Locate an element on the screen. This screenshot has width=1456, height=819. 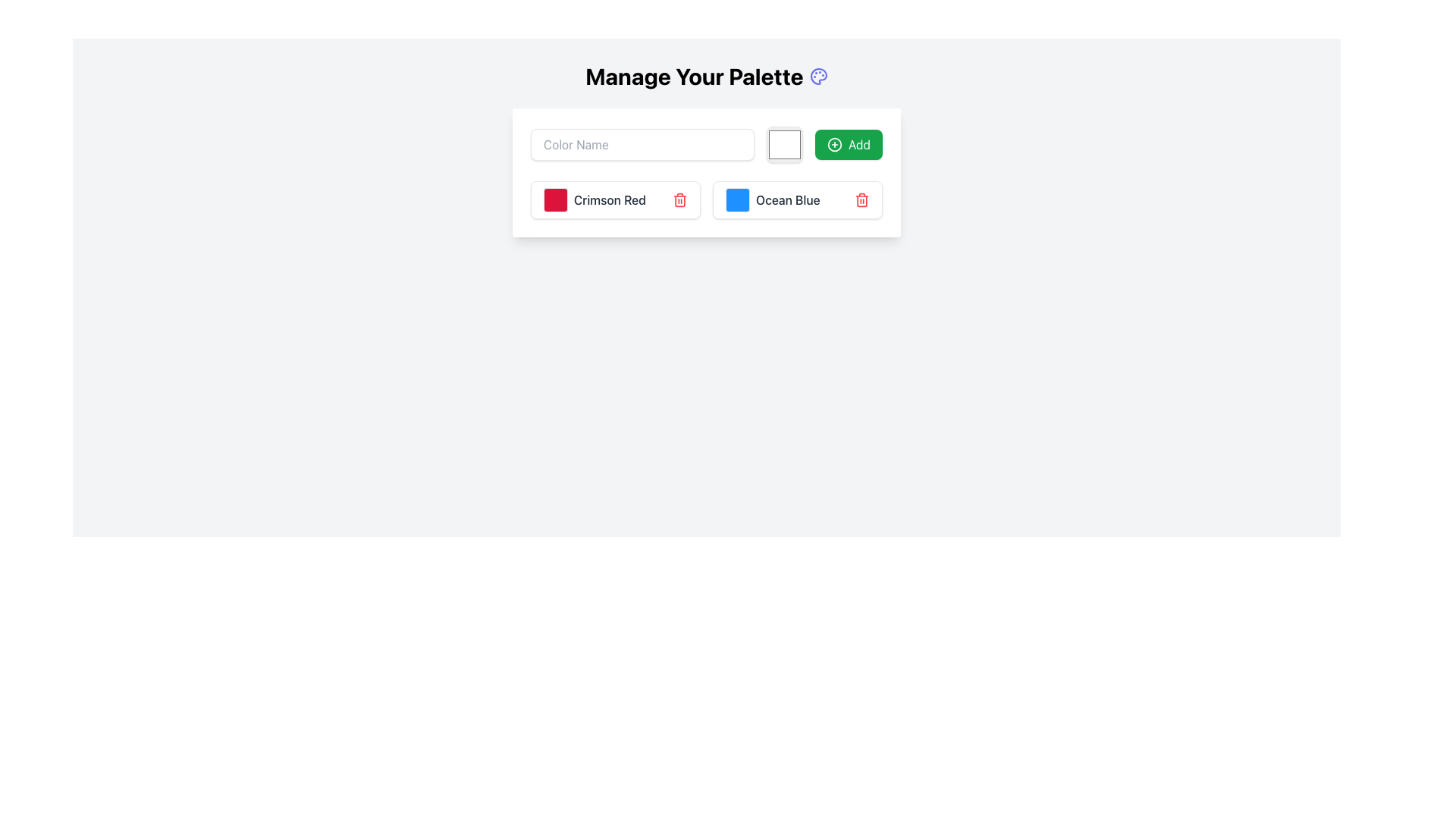
the color representation of the square color indicator box filled with a vibrant blue color (RGB 30, 144, 255) located to the left of the text label 'Ocean Blue' is located at coordinates (738, 199).